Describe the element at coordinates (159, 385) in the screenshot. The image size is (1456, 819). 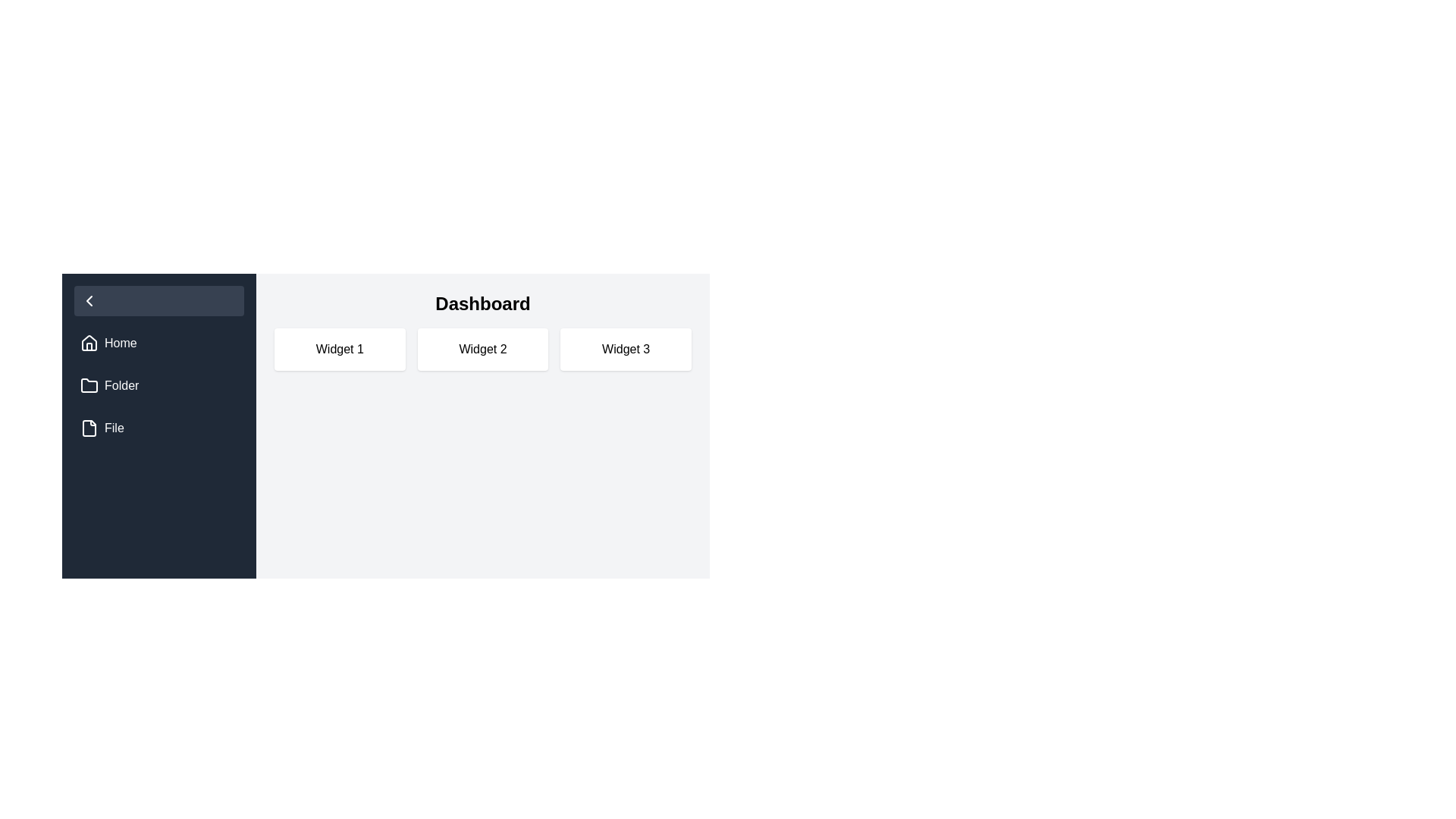
I see `the navigational button located below the 'Home' option and above the 'File' option in the vertical list menu` at that location.